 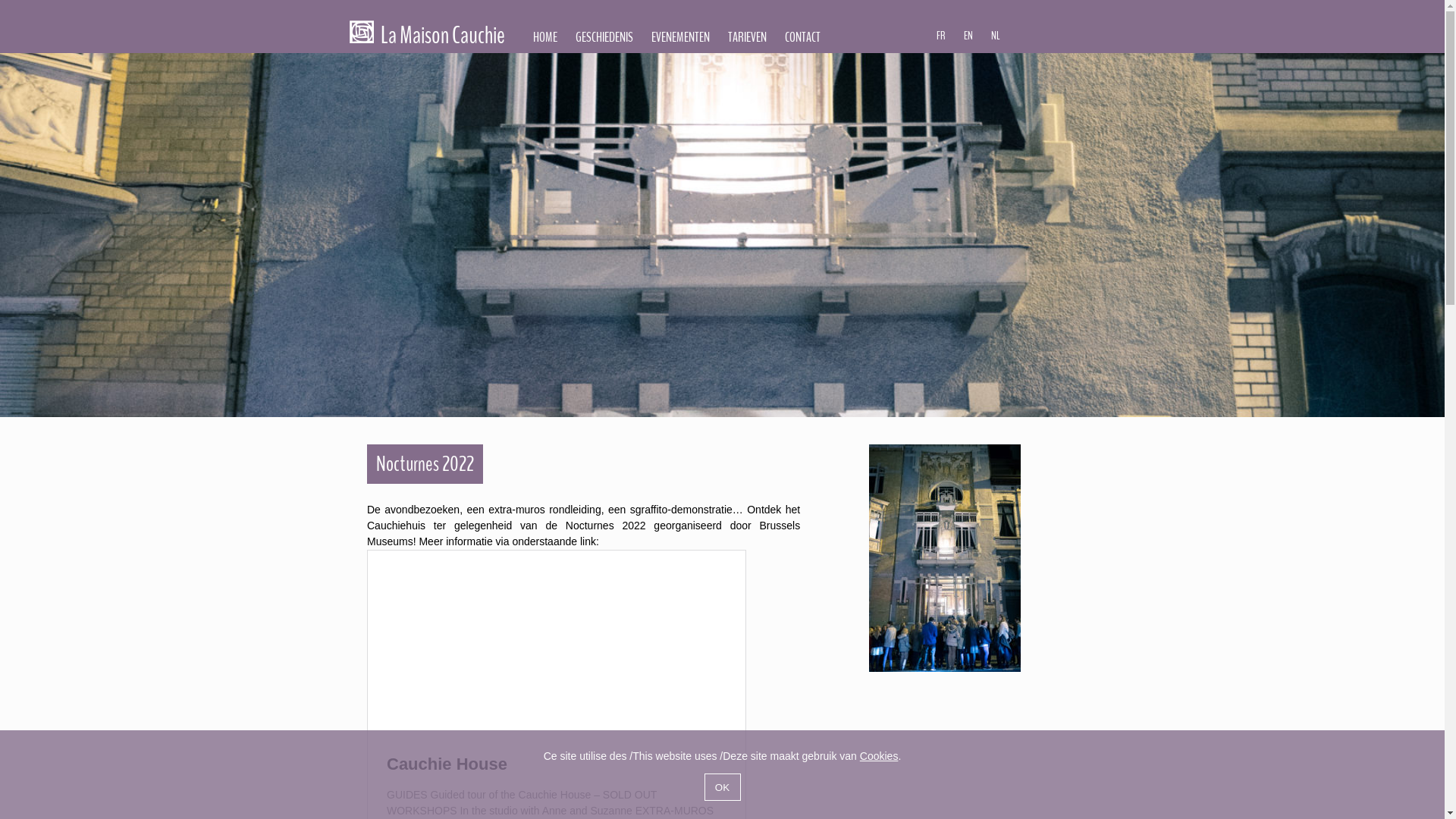 I want to click on 'La Maison Cauchie', so click(x=360, y=32).